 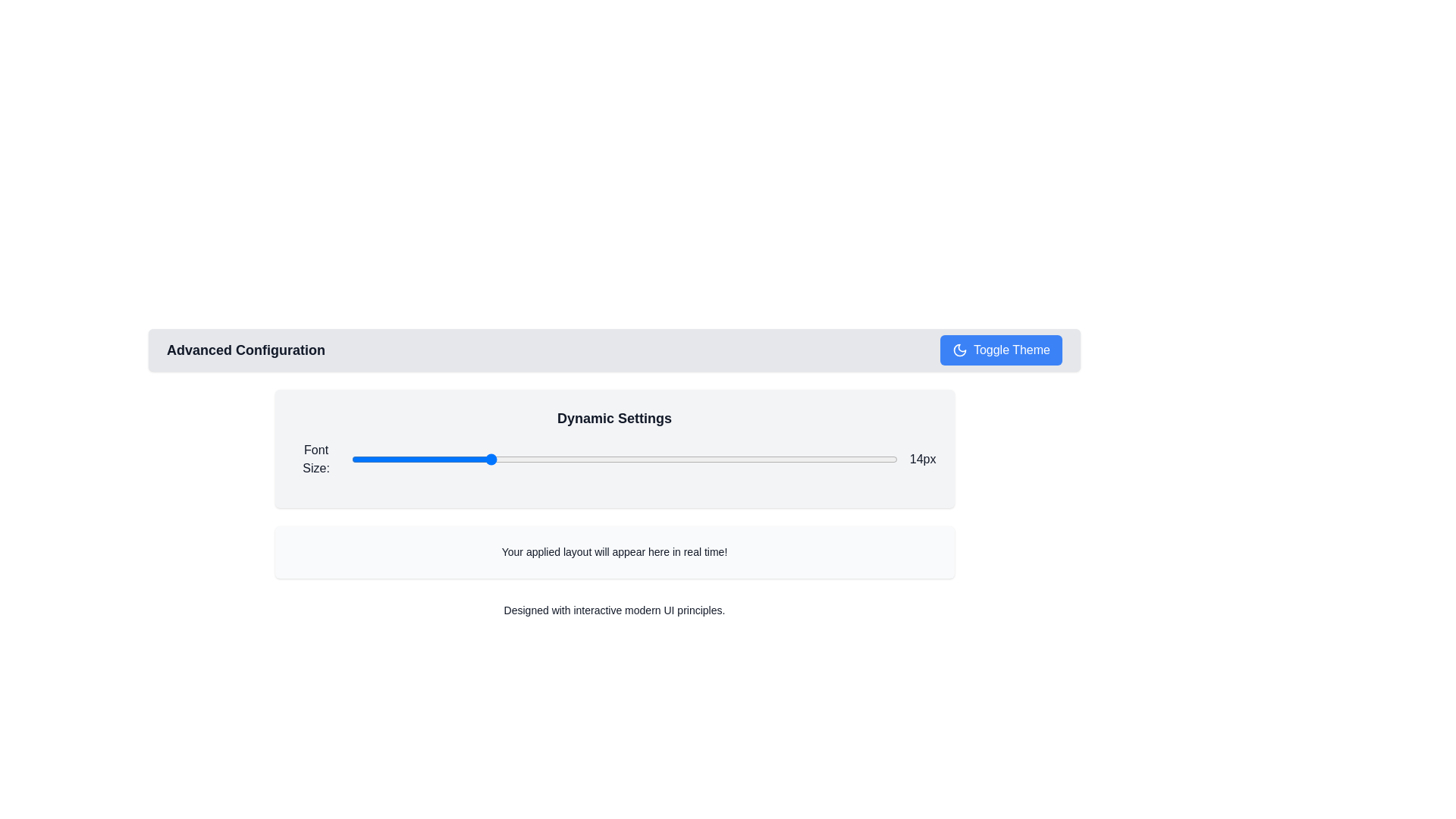 I want to click on the theme toggle icon located within the 'Toggle Theme' button in the upper-right section of the interface, so click(x=959, y=350).